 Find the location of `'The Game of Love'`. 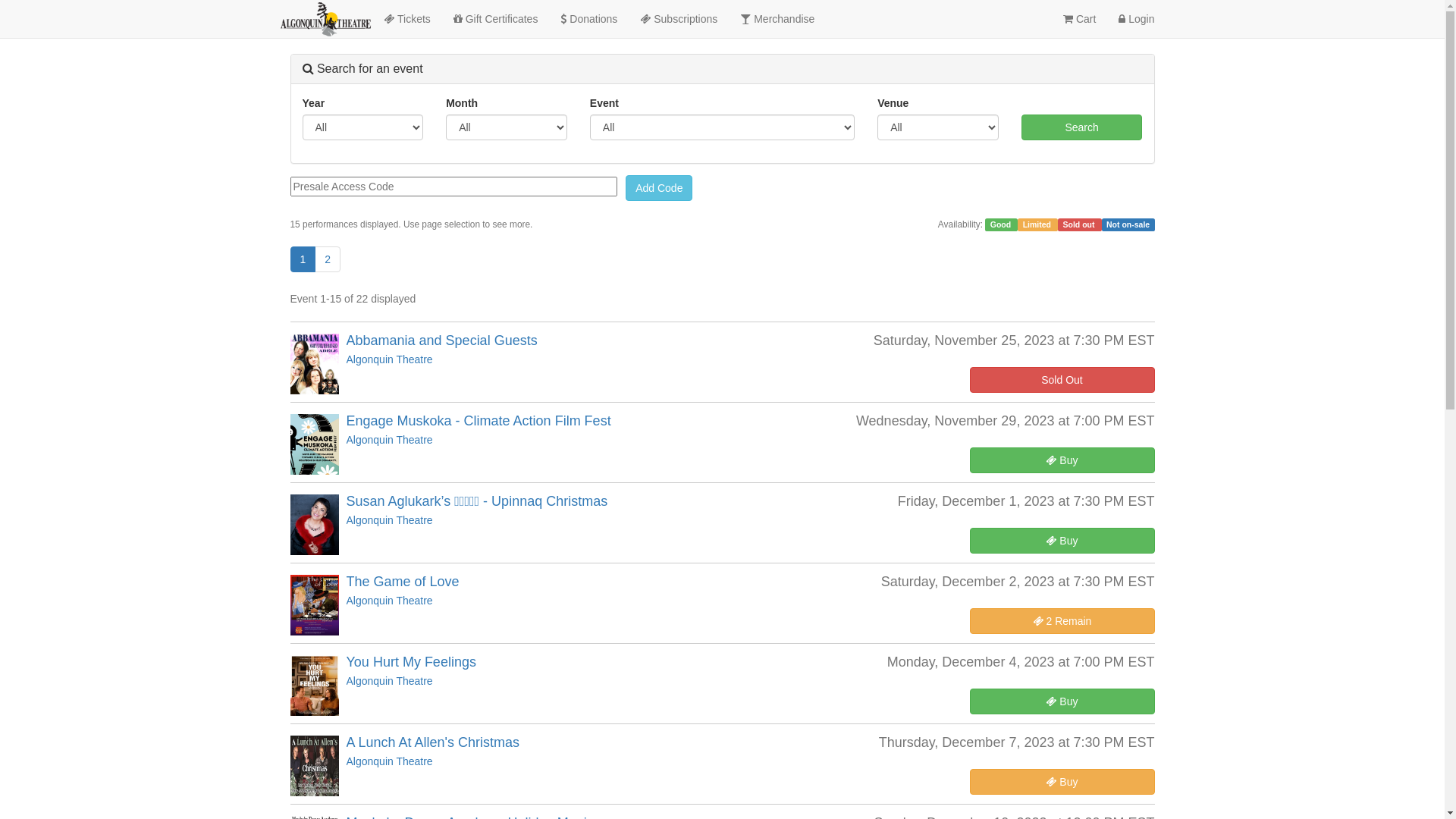

'The Game of Love' is located at coordinates (402, 581).